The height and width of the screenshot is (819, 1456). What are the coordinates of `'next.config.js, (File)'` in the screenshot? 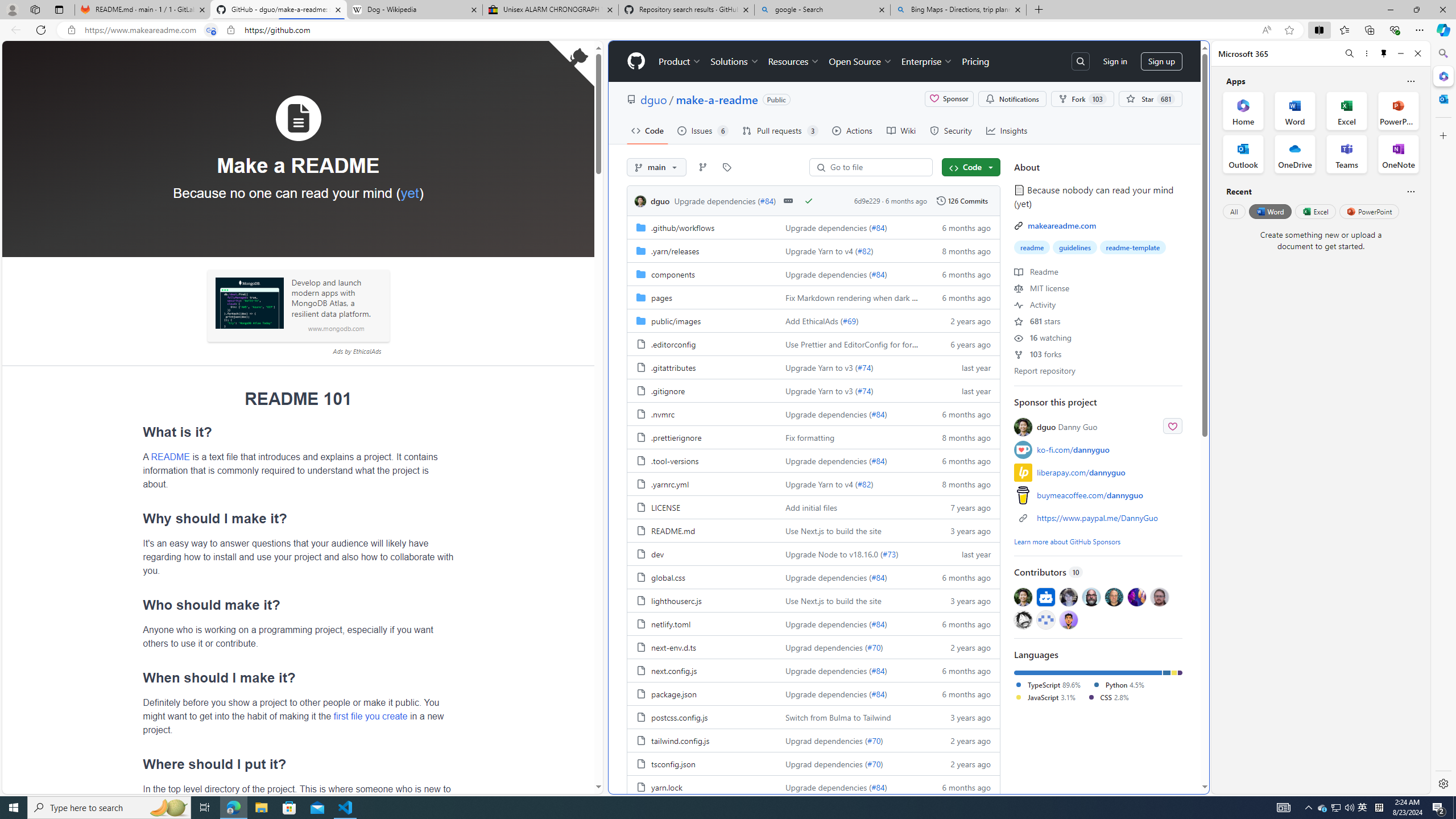 It's located at (674, 671).